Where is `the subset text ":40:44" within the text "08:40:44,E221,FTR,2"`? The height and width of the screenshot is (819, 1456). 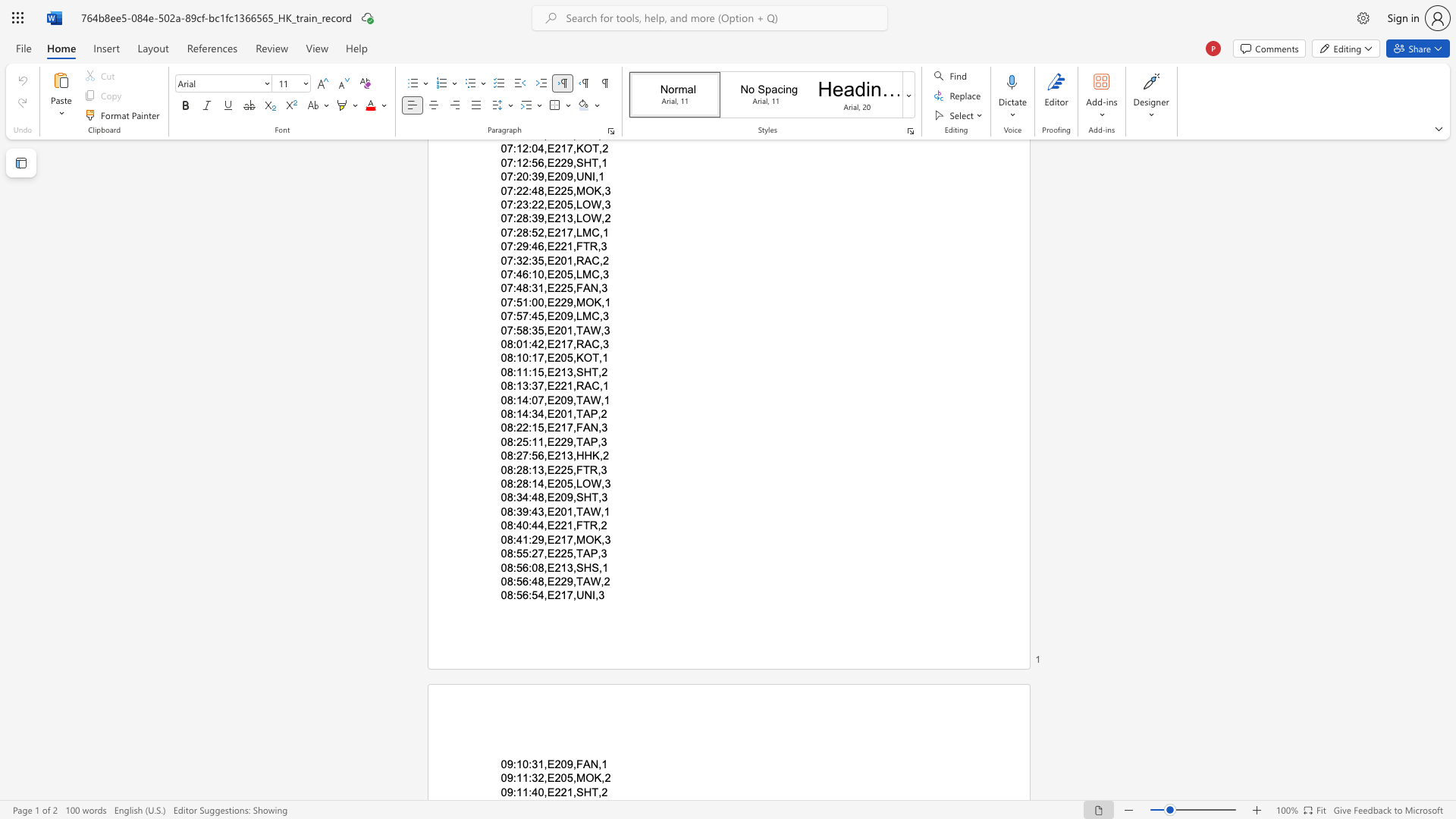 the subset text ":40:44" within the text "08:40:44,E221,FTR,2" is located at coordinates (513, 525).